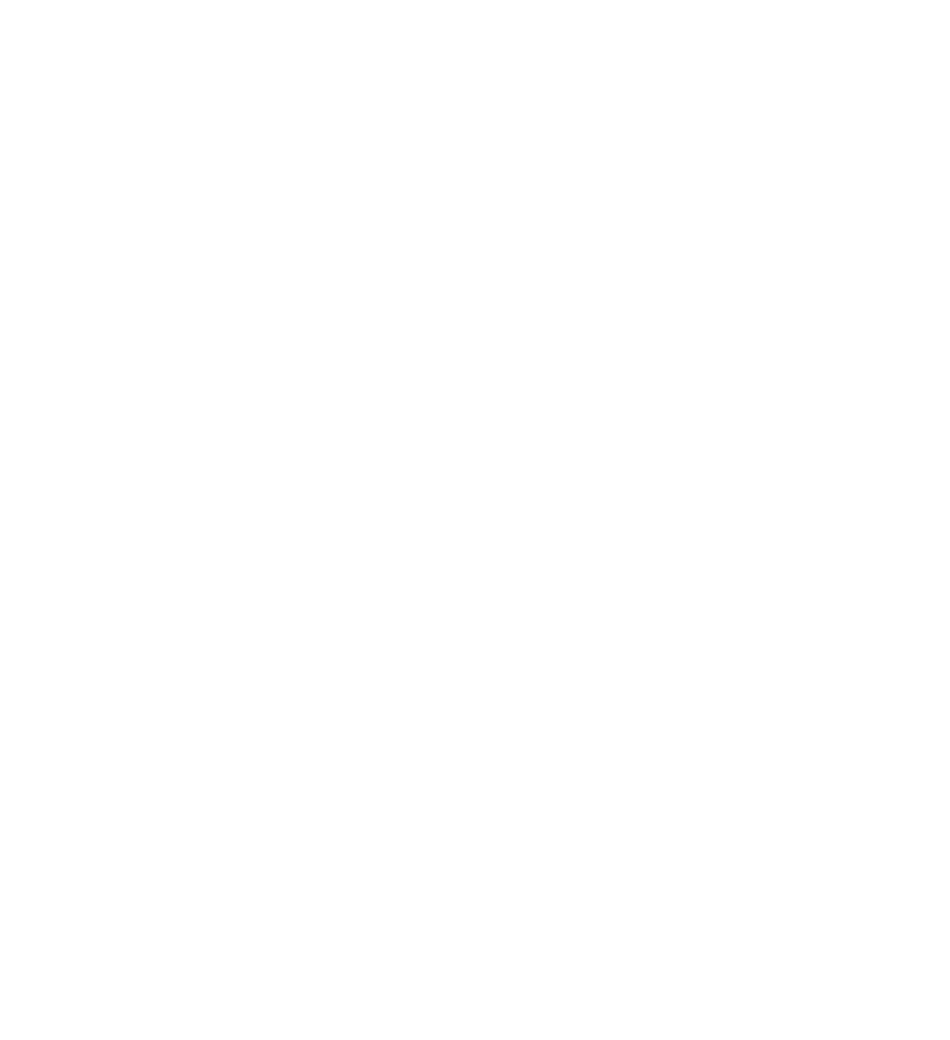  Describe the element at coordinates (466, 348) in the screenshot. I see `'Amplía tu experiencia con nosotros, ya sea profundizando tus conocimientos de coctelería en nuestro Greatroom o aprendiendo algo nuevo con el Manchester United.'` at that location.